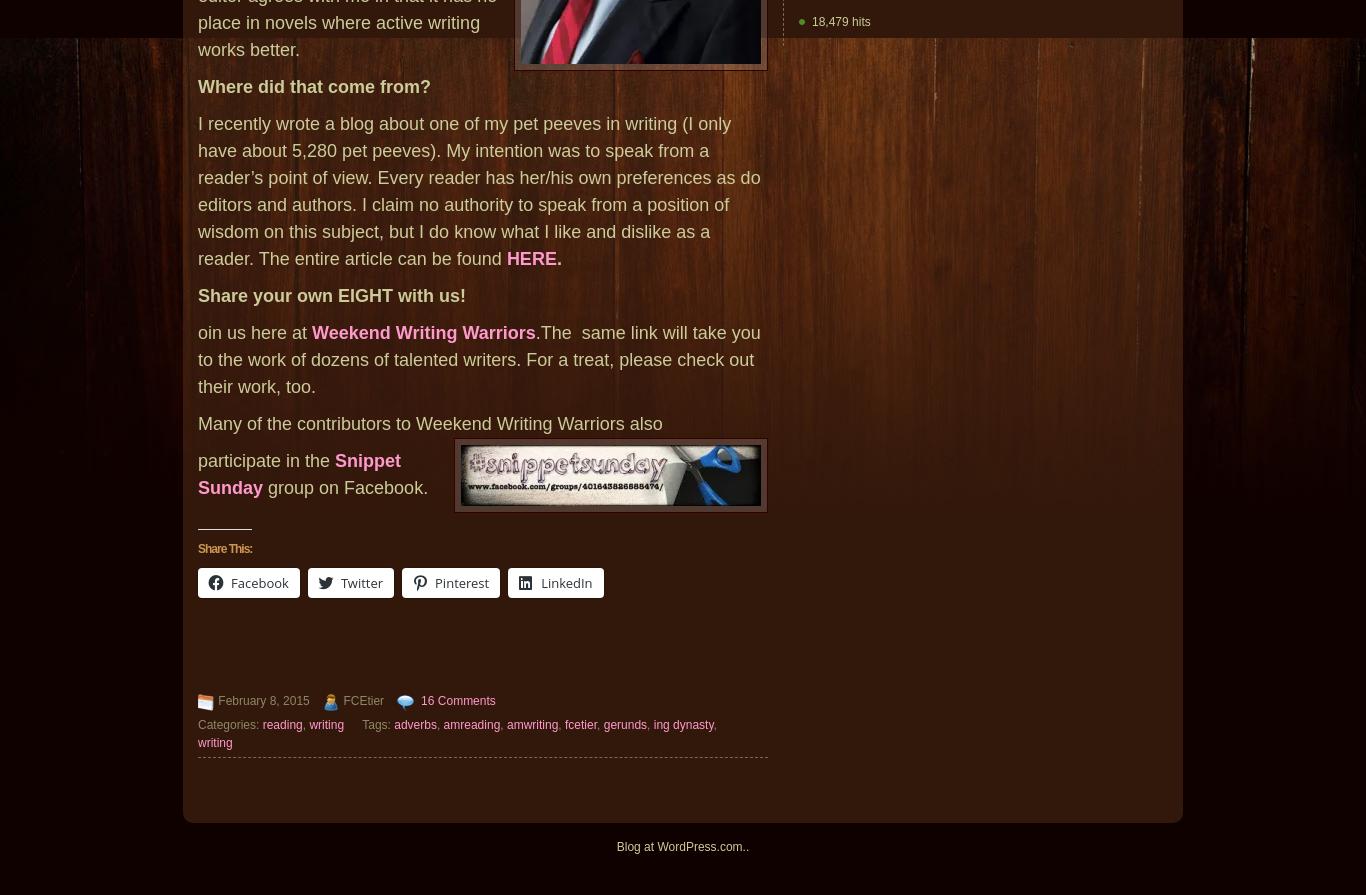 Image resolution: width=1366 pixels, height=895 pixels. What do you see at coordinates (566, 582) in the screenshot?
I see `'LinkedIn'` at bounding box center [566, 582].